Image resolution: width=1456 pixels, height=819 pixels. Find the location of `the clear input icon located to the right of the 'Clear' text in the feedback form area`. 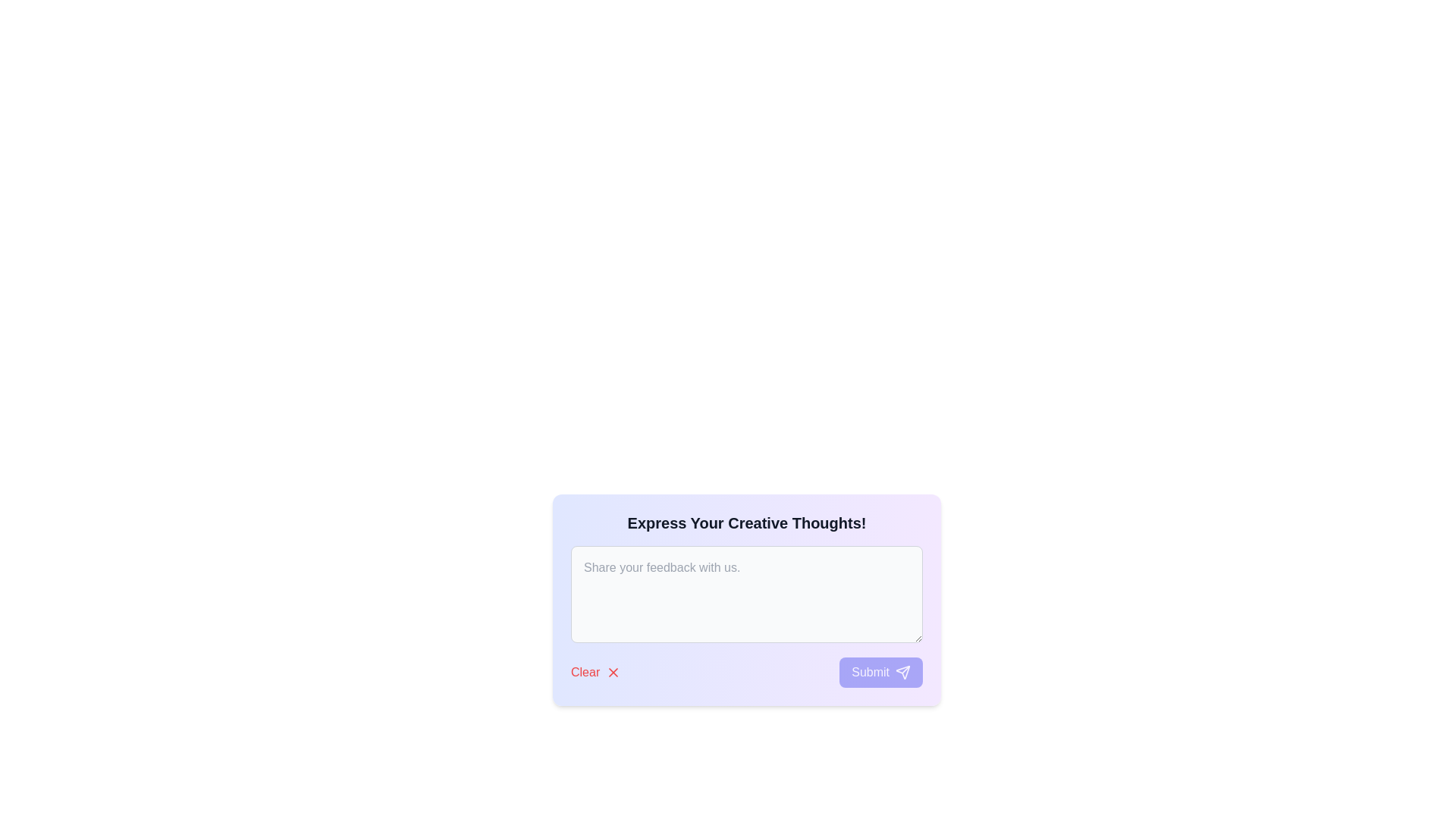

the clear input icon located to the right of the 'Clear' text in the feedback form area is located at coordinates (613, 672).